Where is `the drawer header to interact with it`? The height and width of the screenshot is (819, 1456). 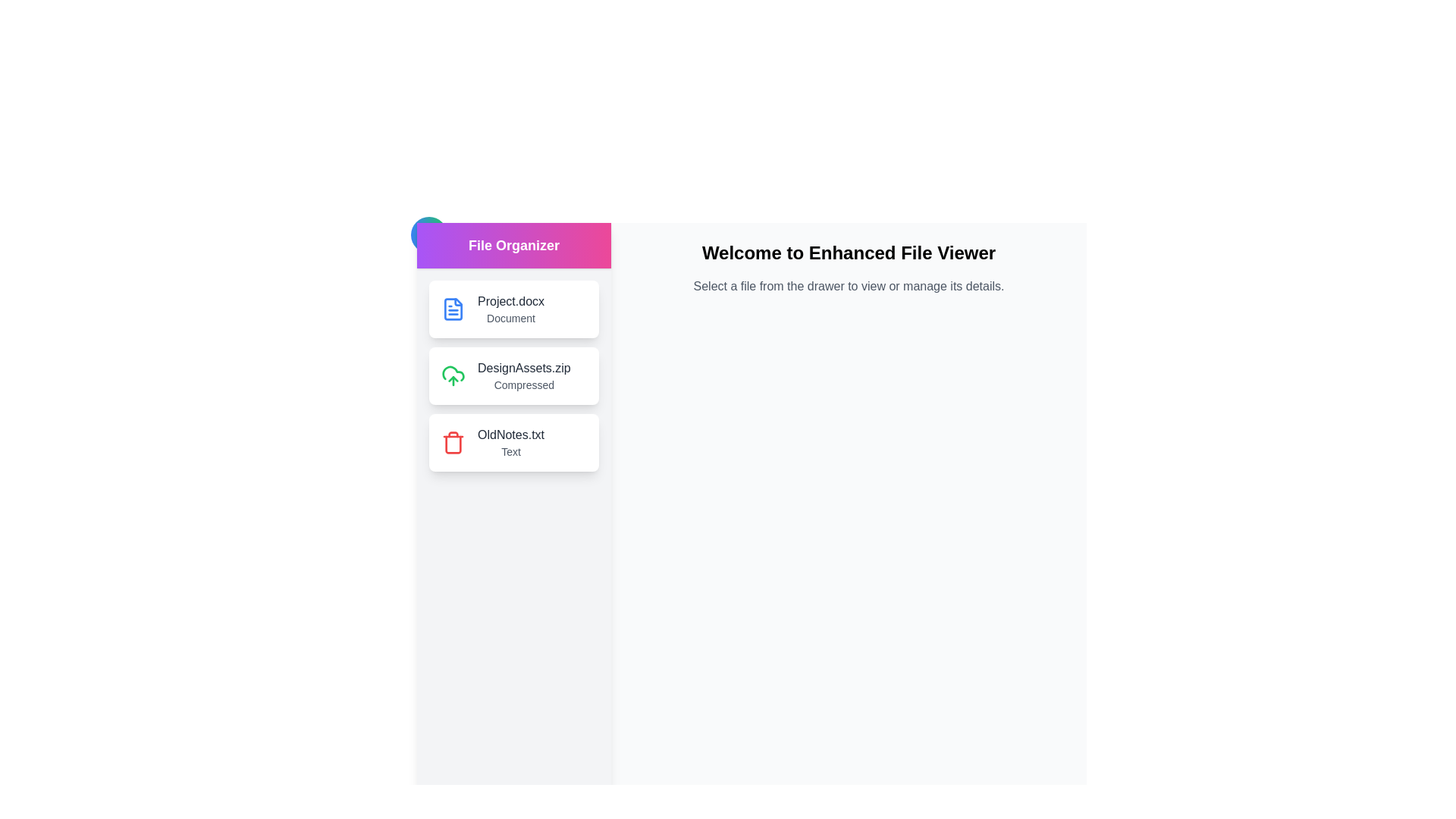
the drawer header to interact with it is located at coordinates (513, 245).